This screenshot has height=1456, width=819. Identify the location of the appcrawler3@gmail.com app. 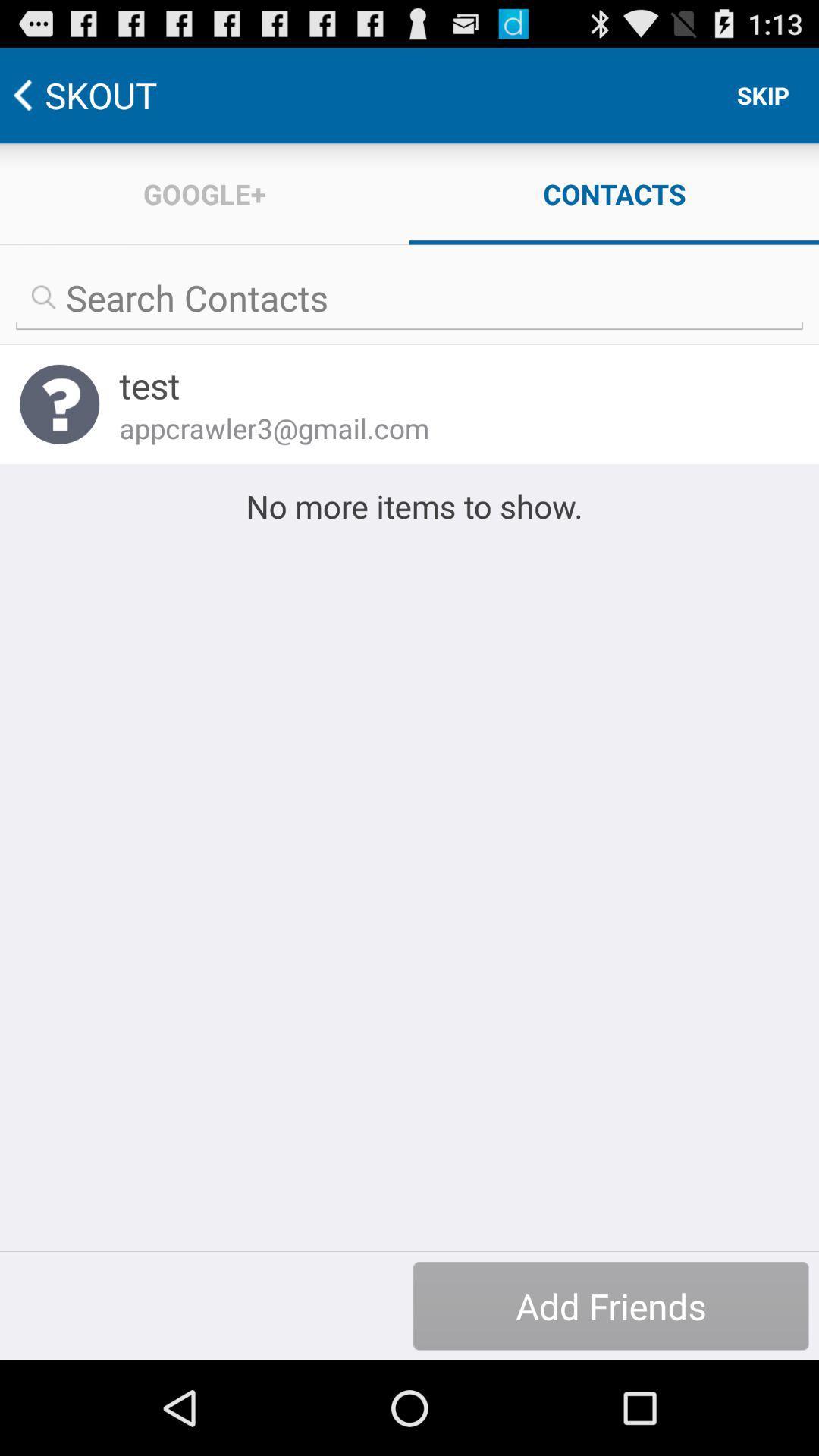
(448, 427).